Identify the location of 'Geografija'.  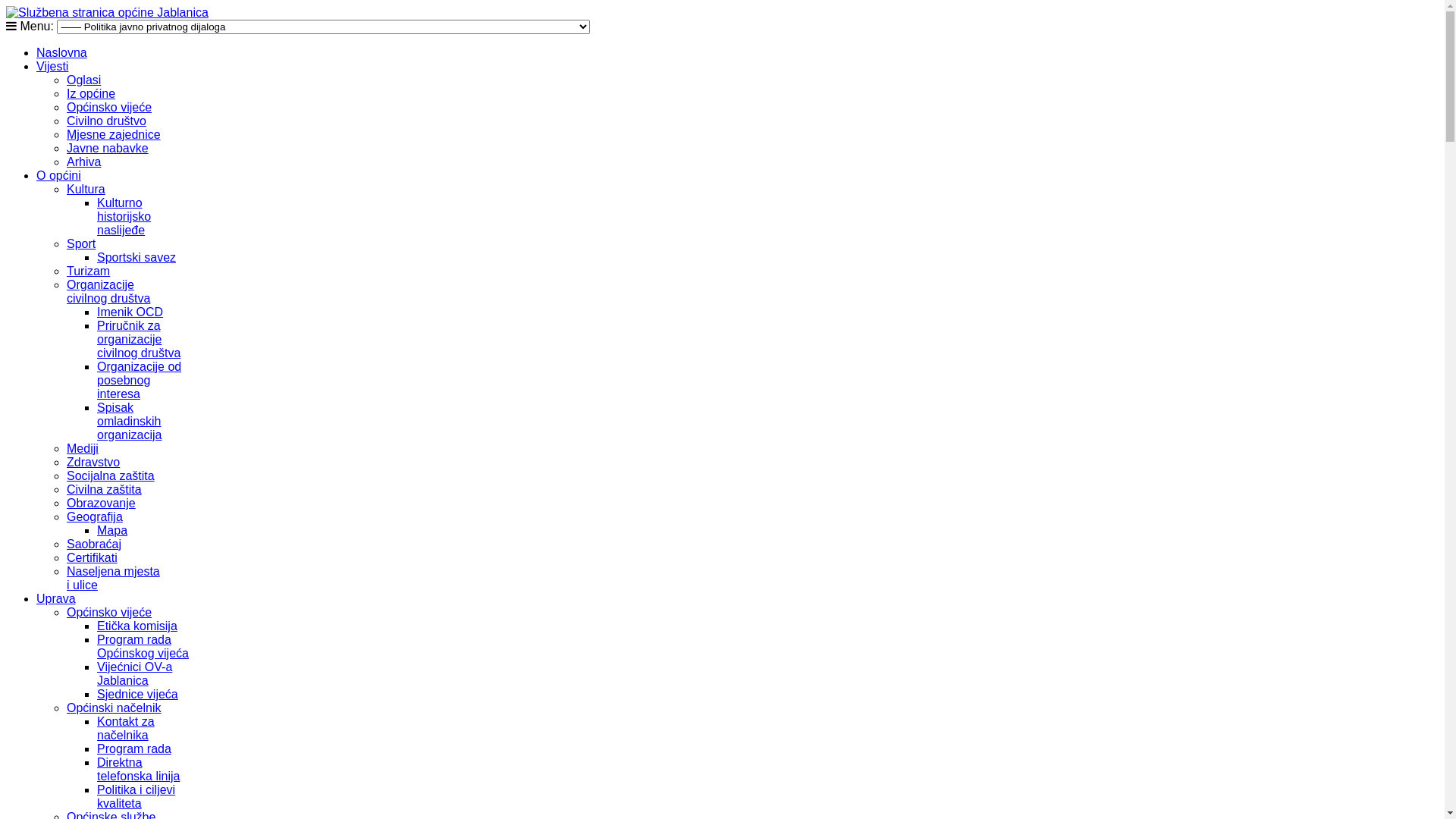
(93, 516).